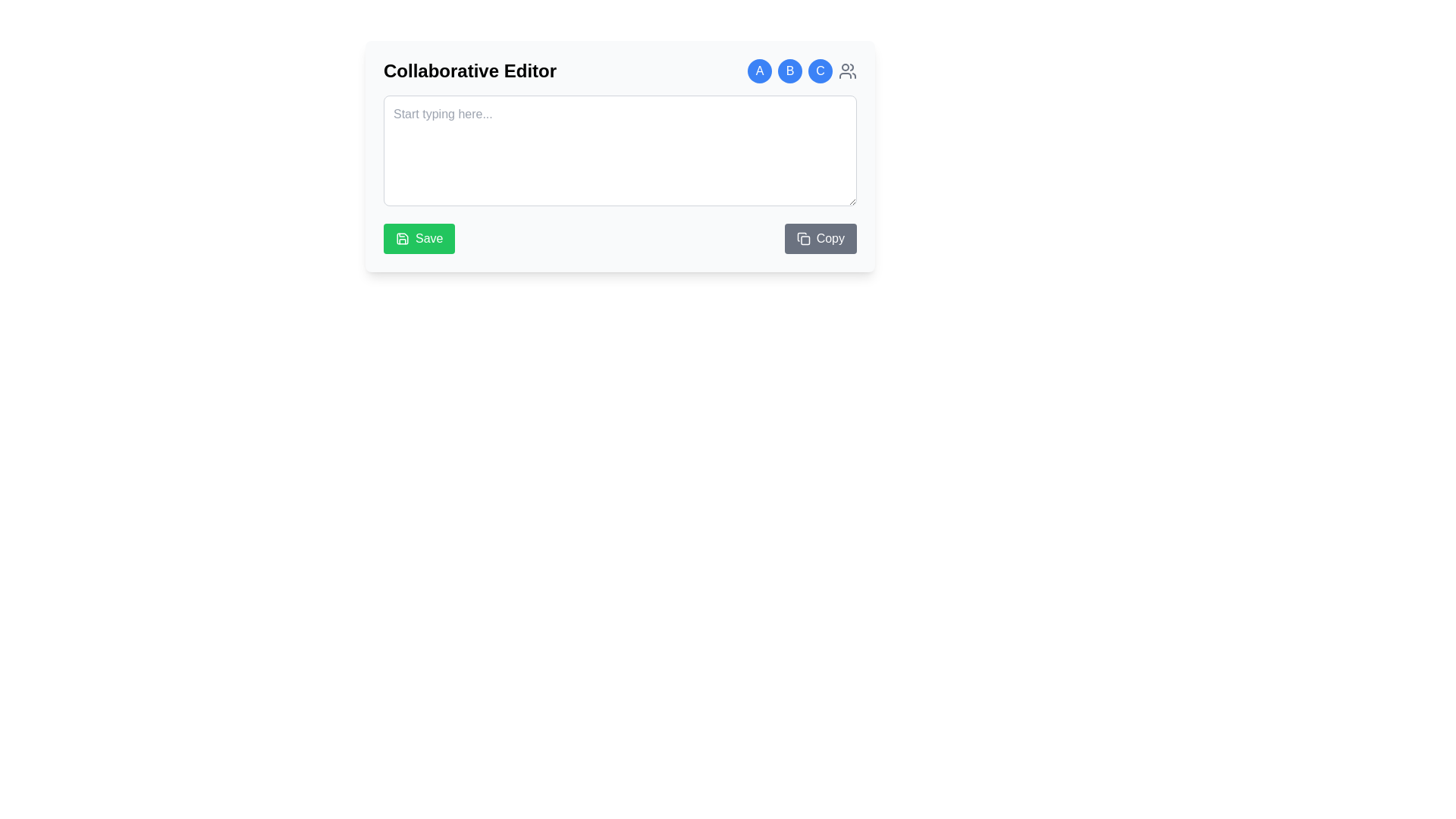 The width and height of the screenshot is (1456, 819). Describe the element at coordinates (819, 71) in the screenshot. I see `the circular static label with a blue background and a white letter 'C' centered within it, located next to the 'B' icon in the top-right corner of the editor section` at that location.